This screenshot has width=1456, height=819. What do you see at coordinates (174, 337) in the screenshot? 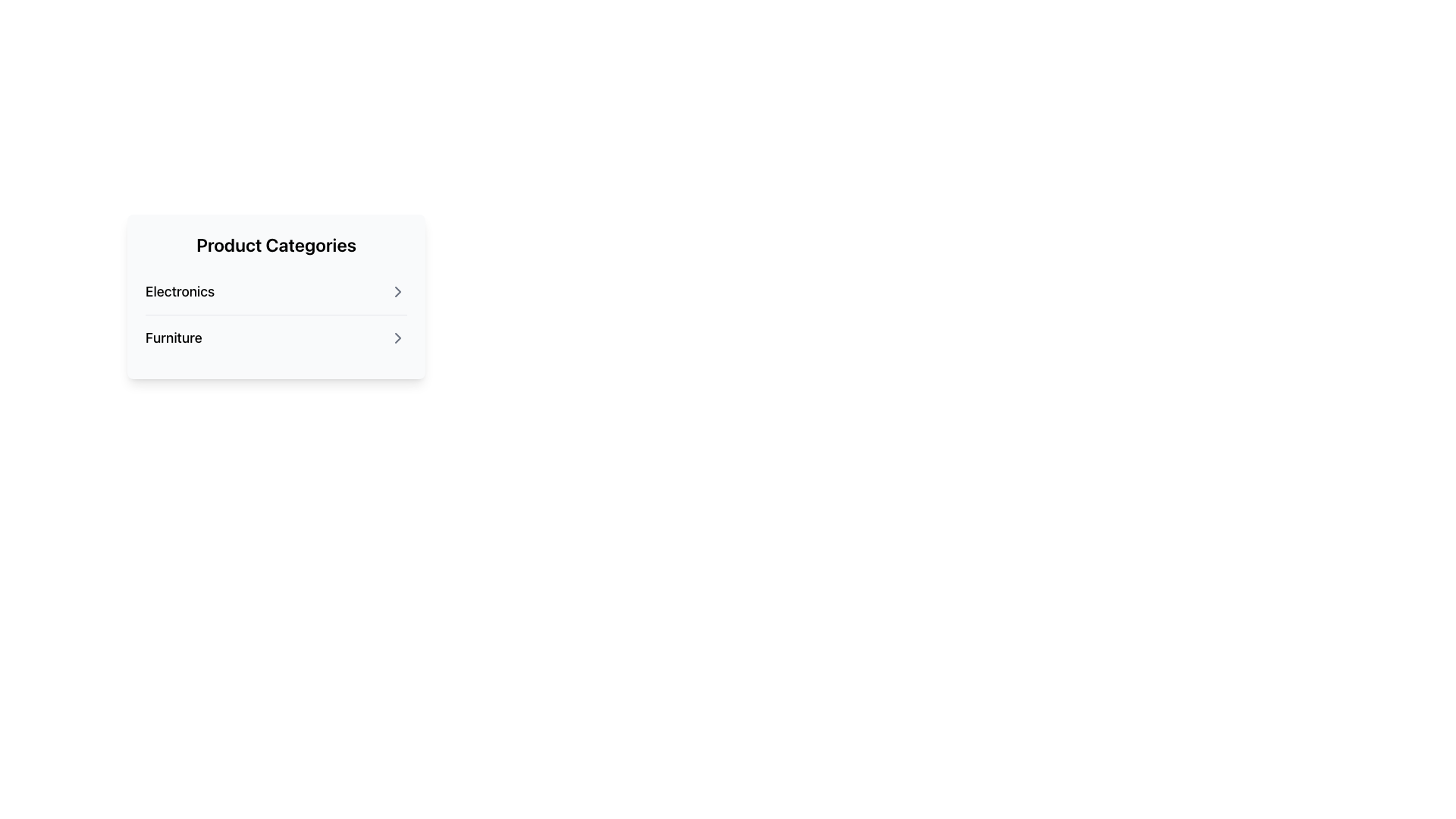
I see `the 'Furniture' category title text label located in the bottom row of the 'Product Categories' white card, directly below 'Electronics'` at bounding box center [174, 337].